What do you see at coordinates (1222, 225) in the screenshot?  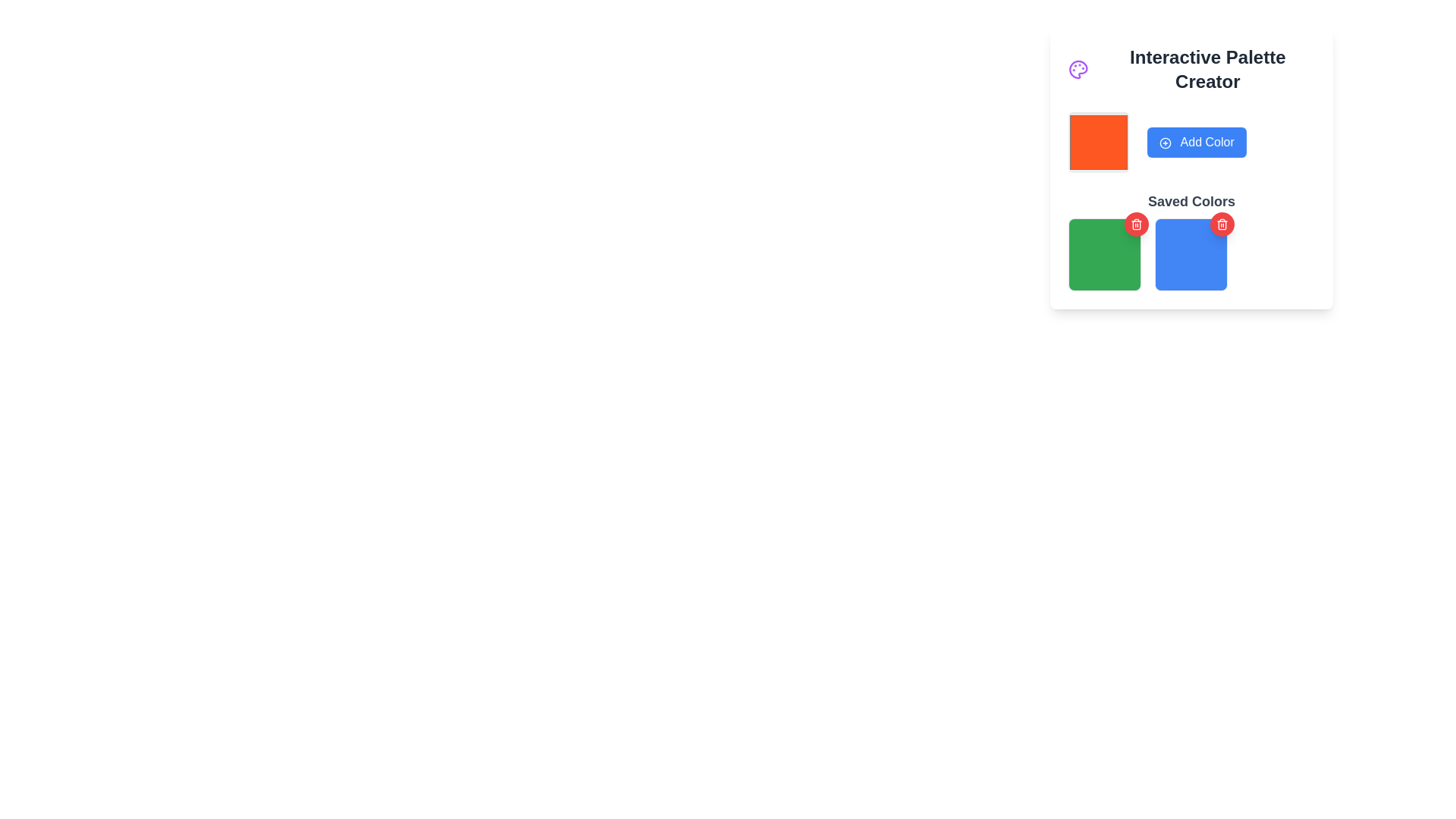 I see `the central vertical component of the trash can icon located above the blue color block in the 'Saved Colors' section` at bounding box center [1222, 225].